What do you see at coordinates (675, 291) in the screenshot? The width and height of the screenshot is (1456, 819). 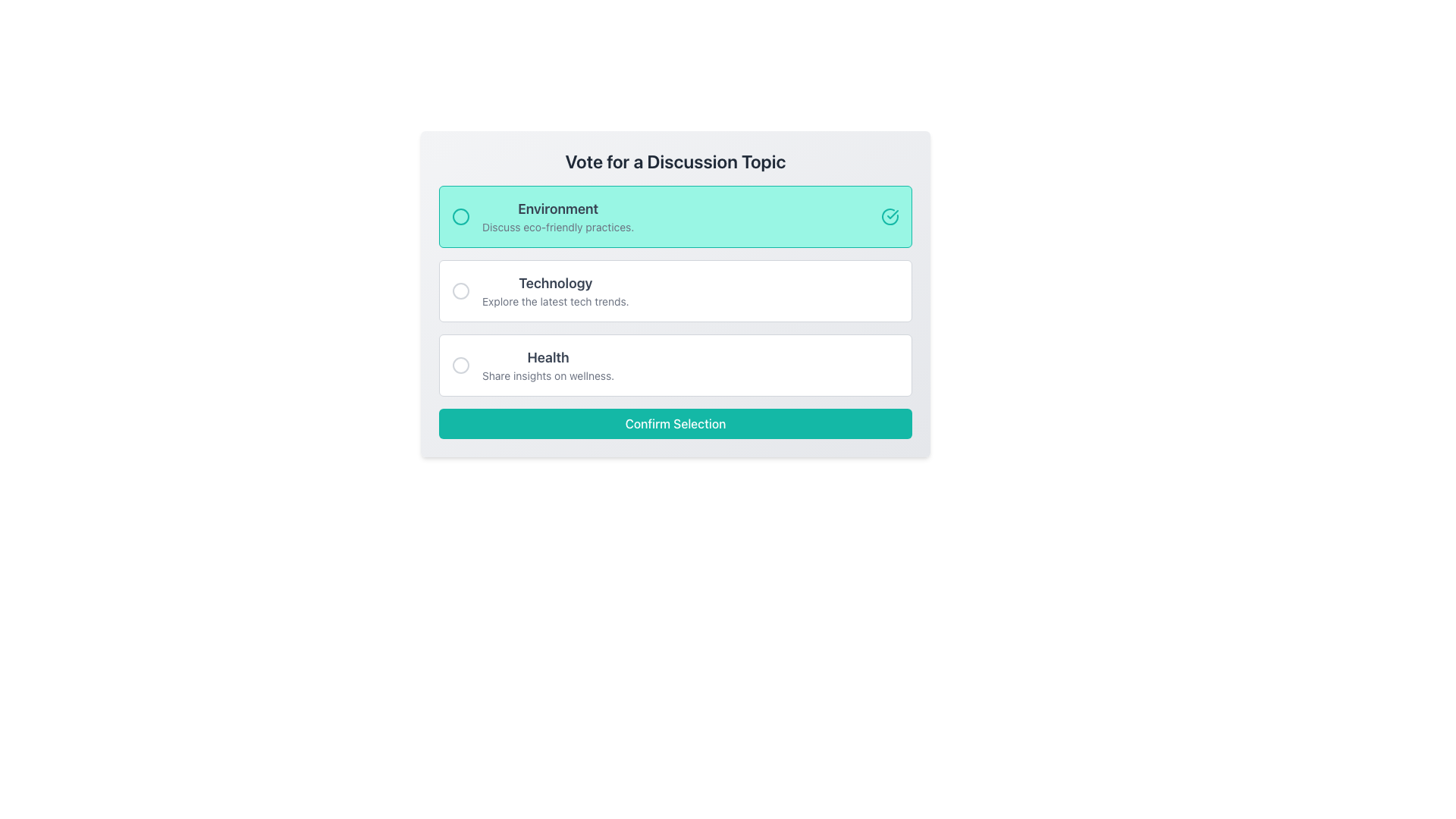 I see `the selectable list item labeled 'Technology'` at bounding box center [675, 291].